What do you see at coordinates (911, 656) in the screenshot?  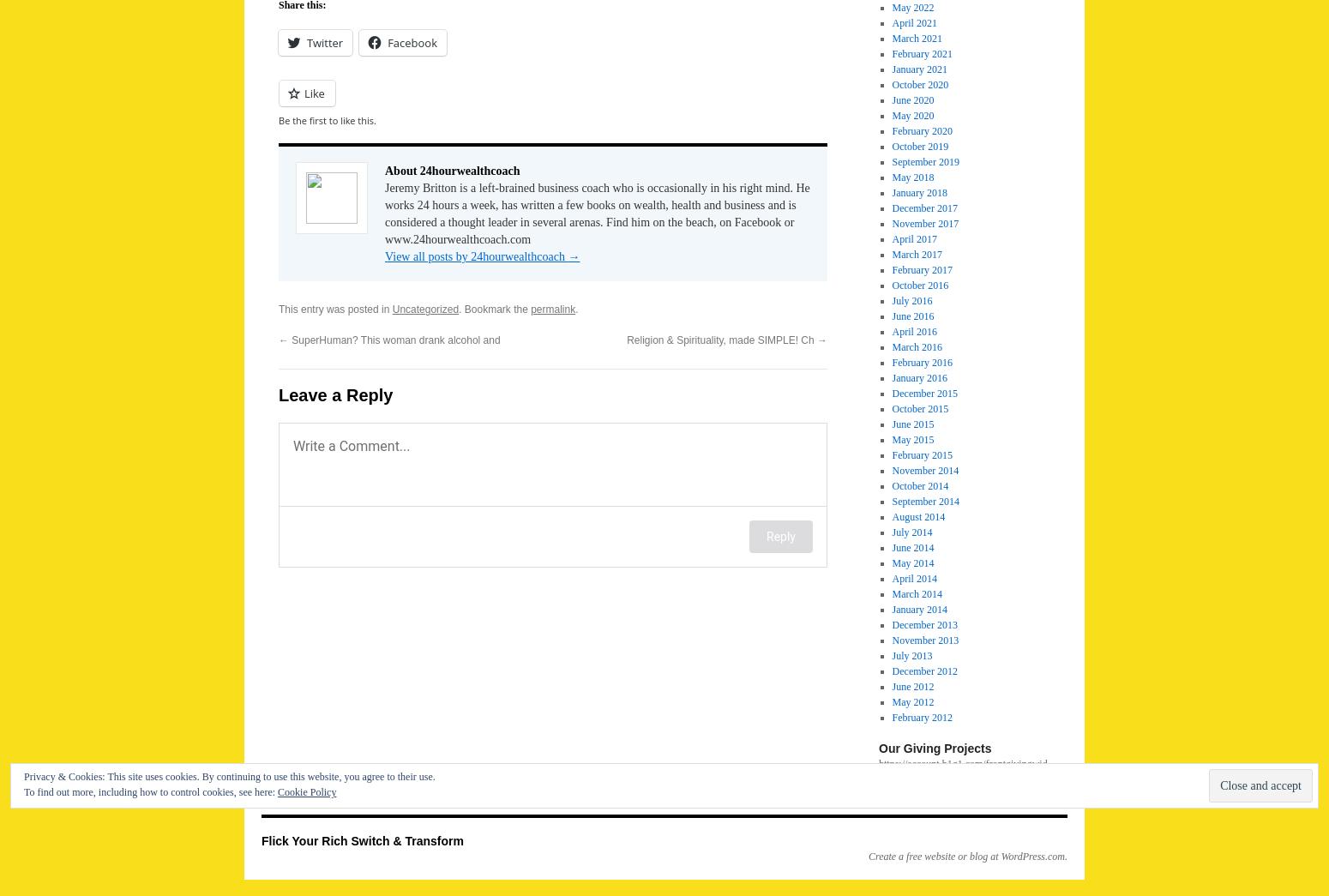 I see `'July 2013'` at bounding box center [911, 656].